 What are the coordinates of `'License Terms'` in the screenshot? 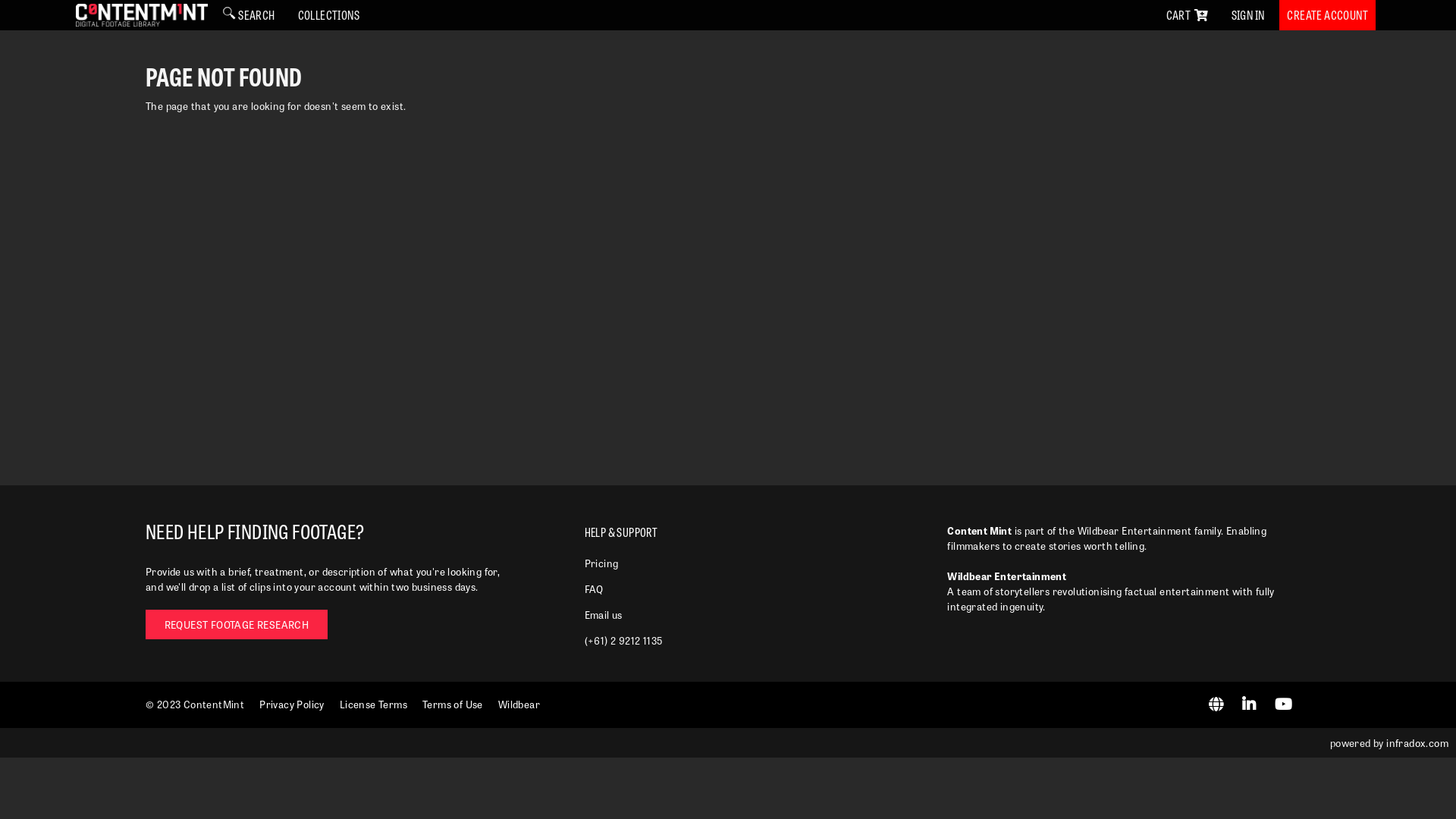 It's located at (373, 704).